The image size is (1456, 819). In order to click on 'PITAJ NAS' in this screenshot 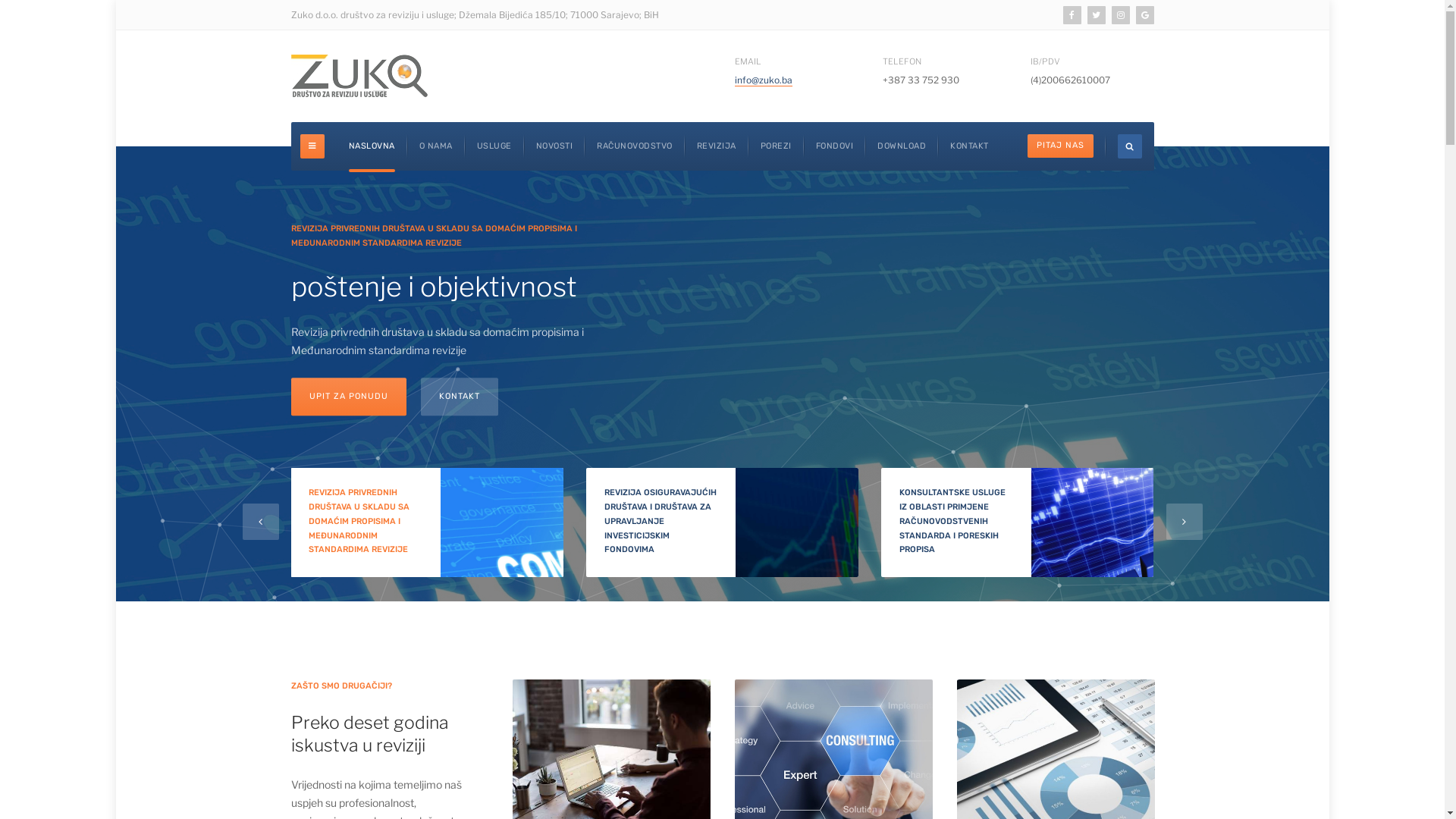, I will do `click(1059, 146)`.